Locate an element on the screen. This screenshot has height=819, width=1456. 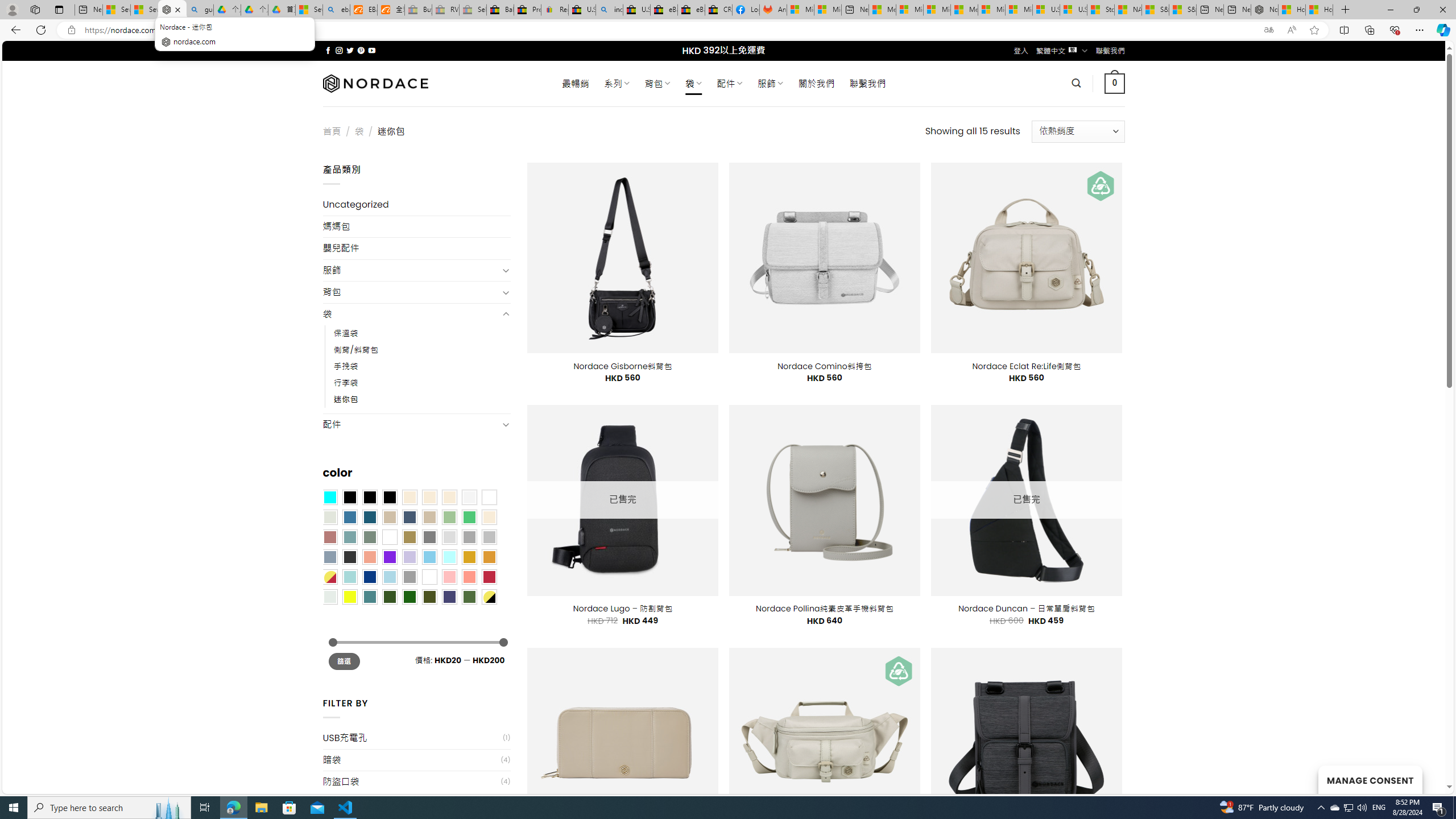
'Cream' is located at coordinates (449, 497).